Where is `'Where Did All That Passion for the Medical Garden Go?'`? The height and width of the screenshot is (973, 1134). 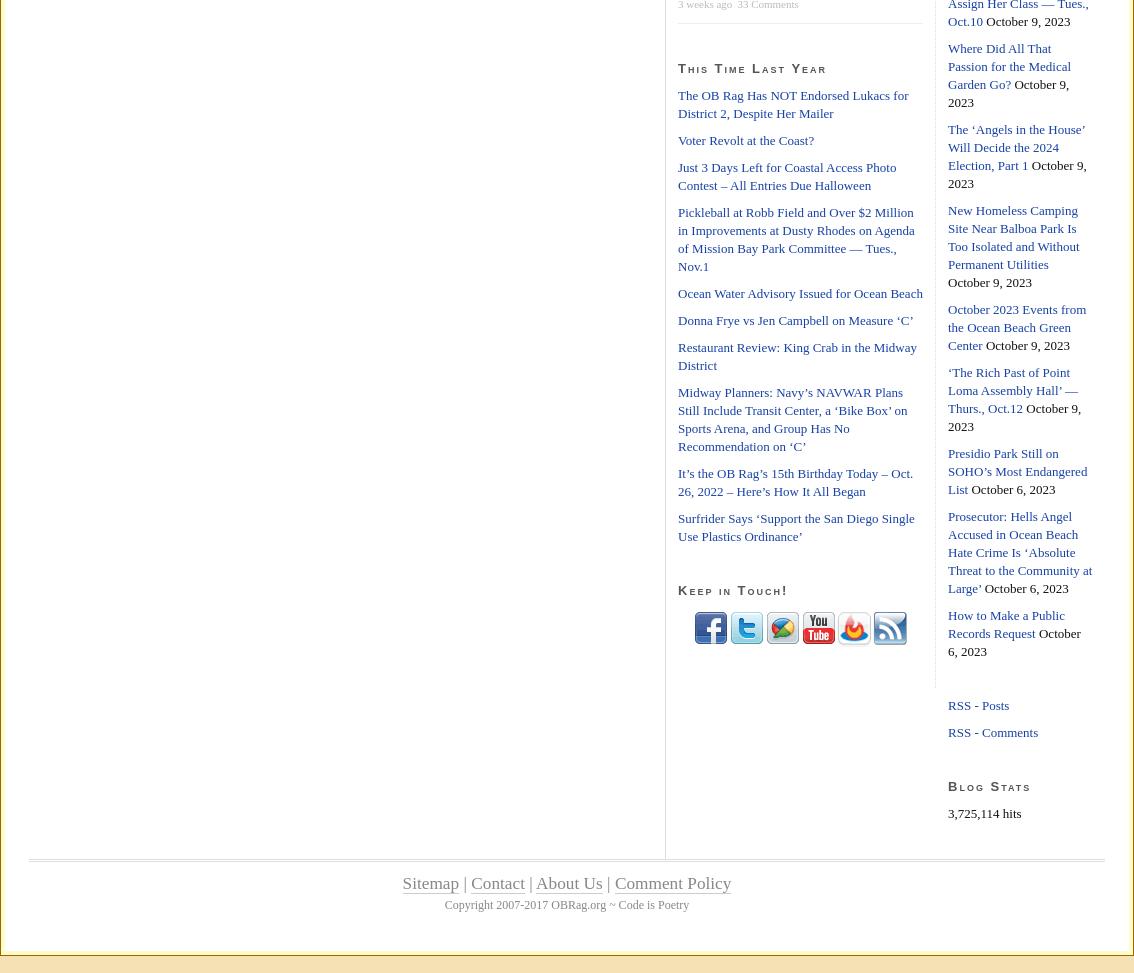
'Where Did All That Passion for the Medical Garden Go?' is located at coordinates (1008, 66).